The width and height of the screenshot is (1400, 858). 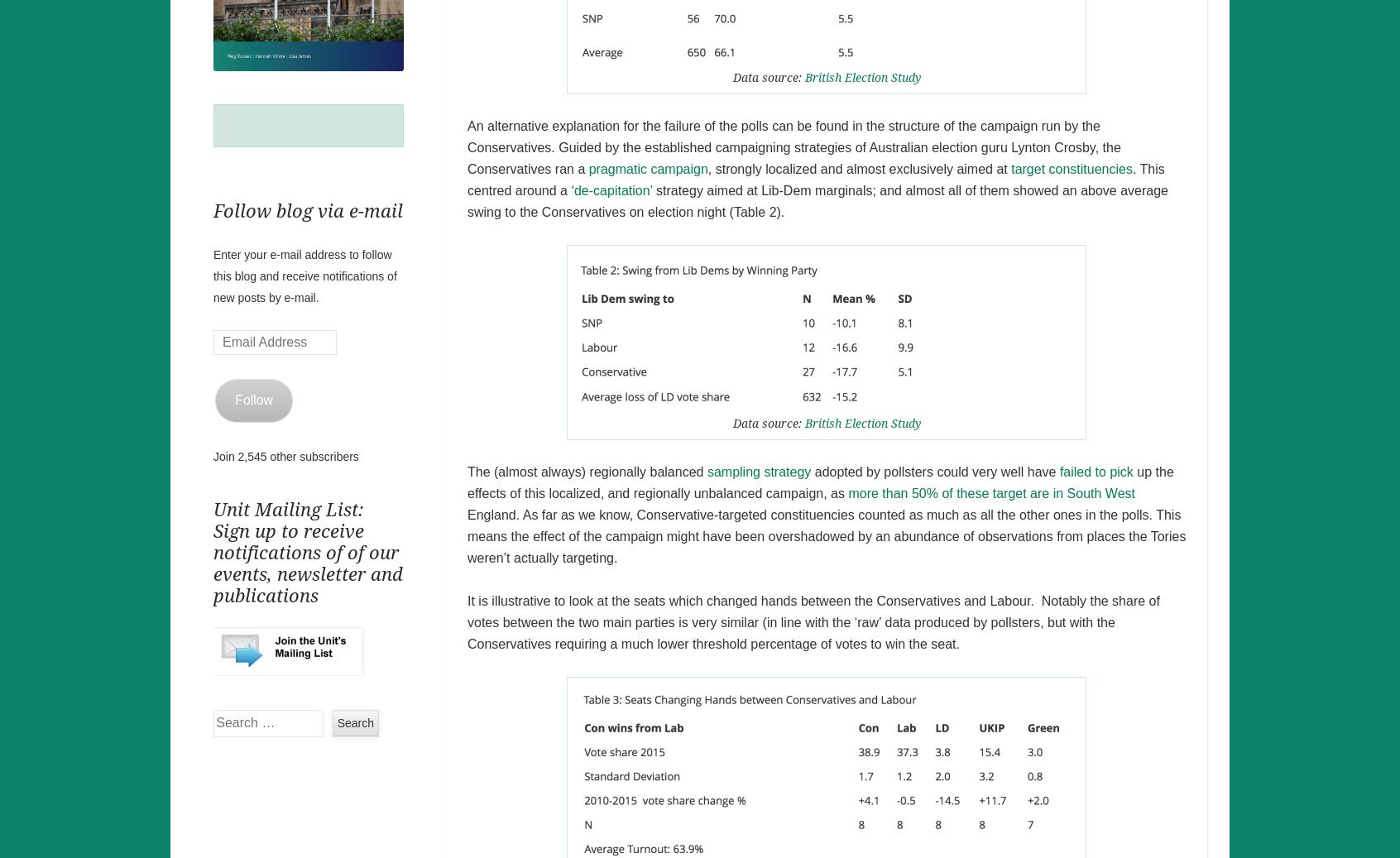 I want to click on 'de-capitation’', so click(x=611, y=189).